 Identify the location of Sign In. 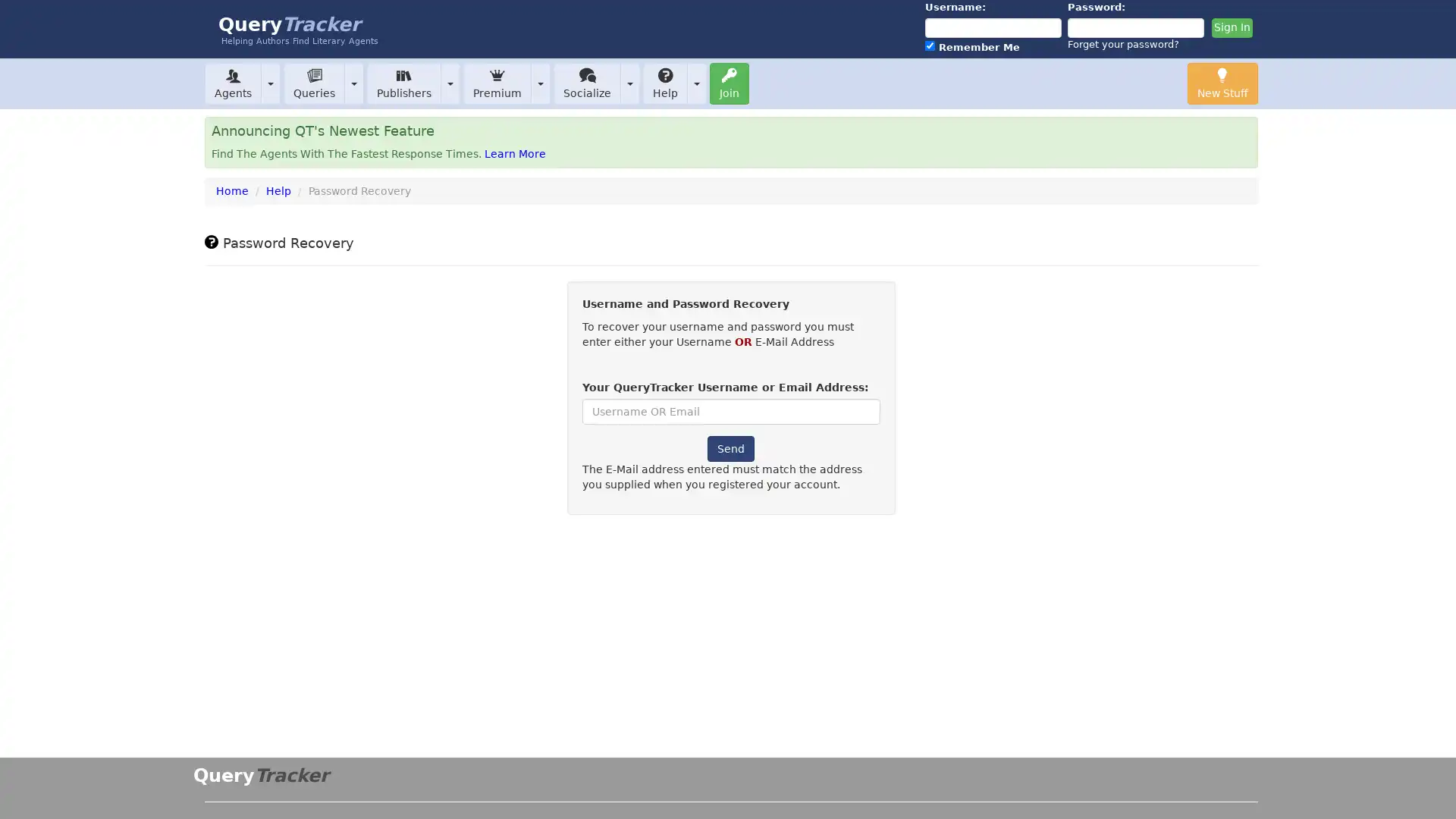
(1231, 28).